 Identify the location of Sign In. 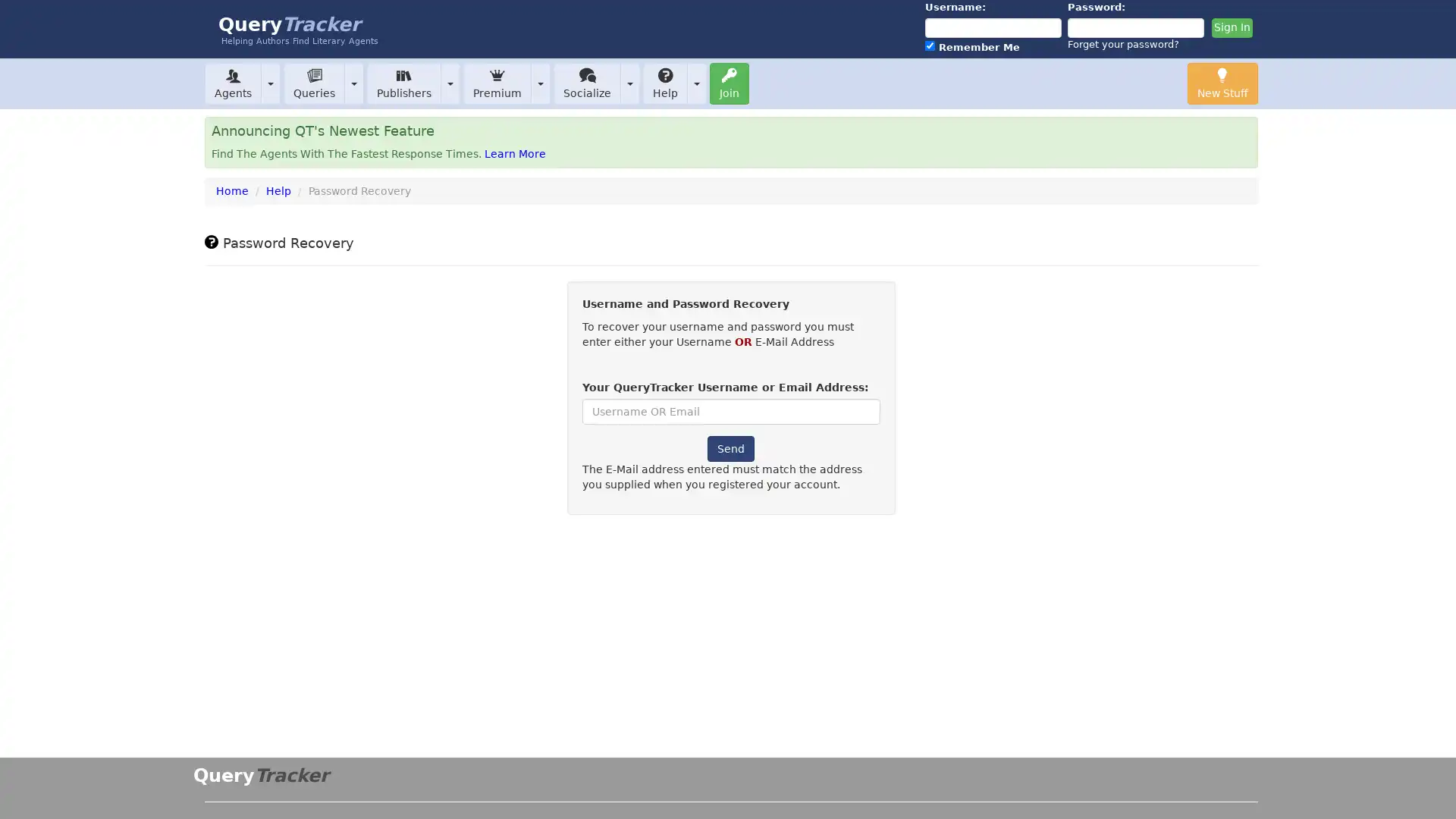
(1231, 28).